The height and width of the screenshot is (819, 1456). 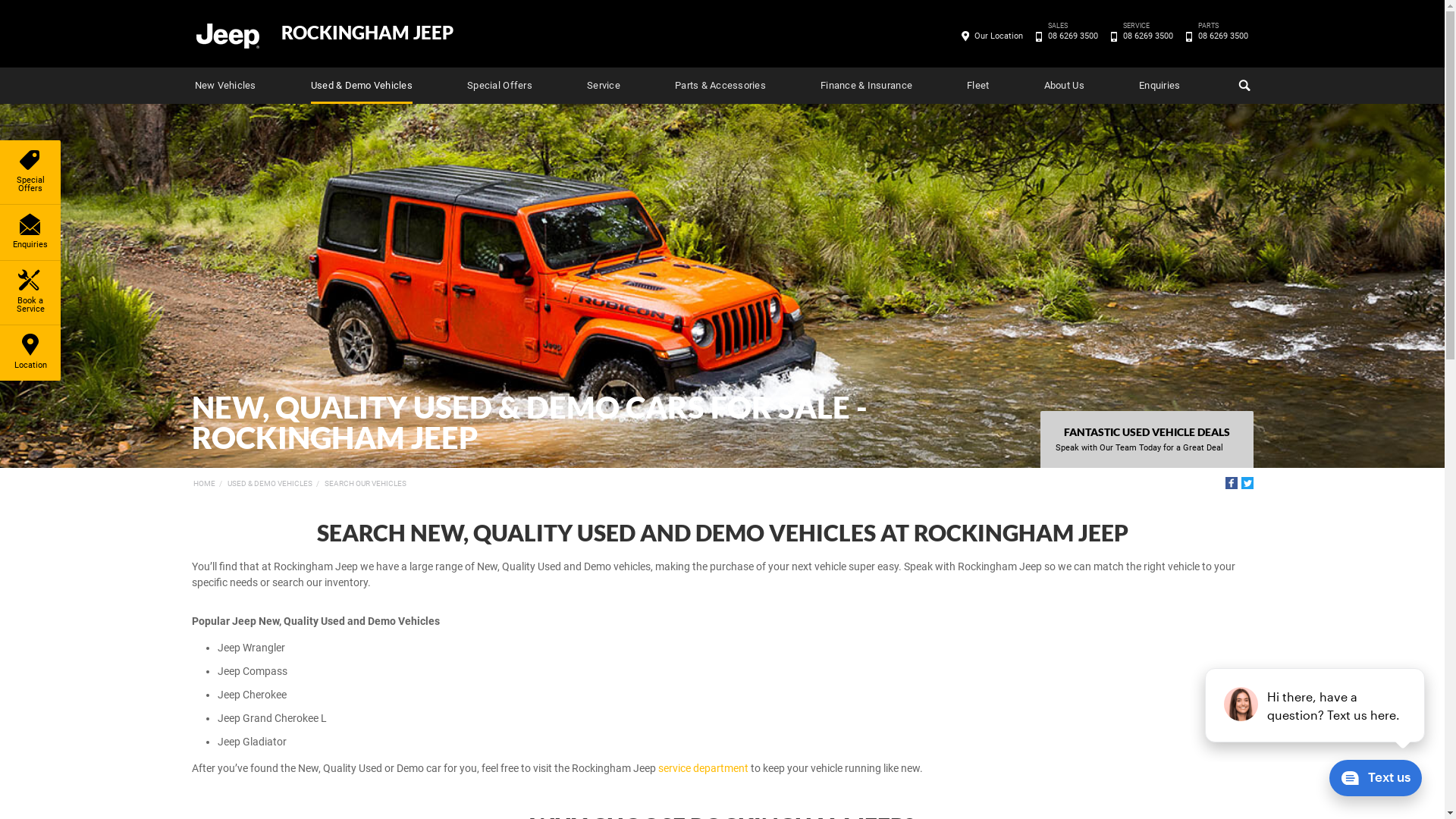 I want to click on 'Book a Service', so click(x=30, y=292).